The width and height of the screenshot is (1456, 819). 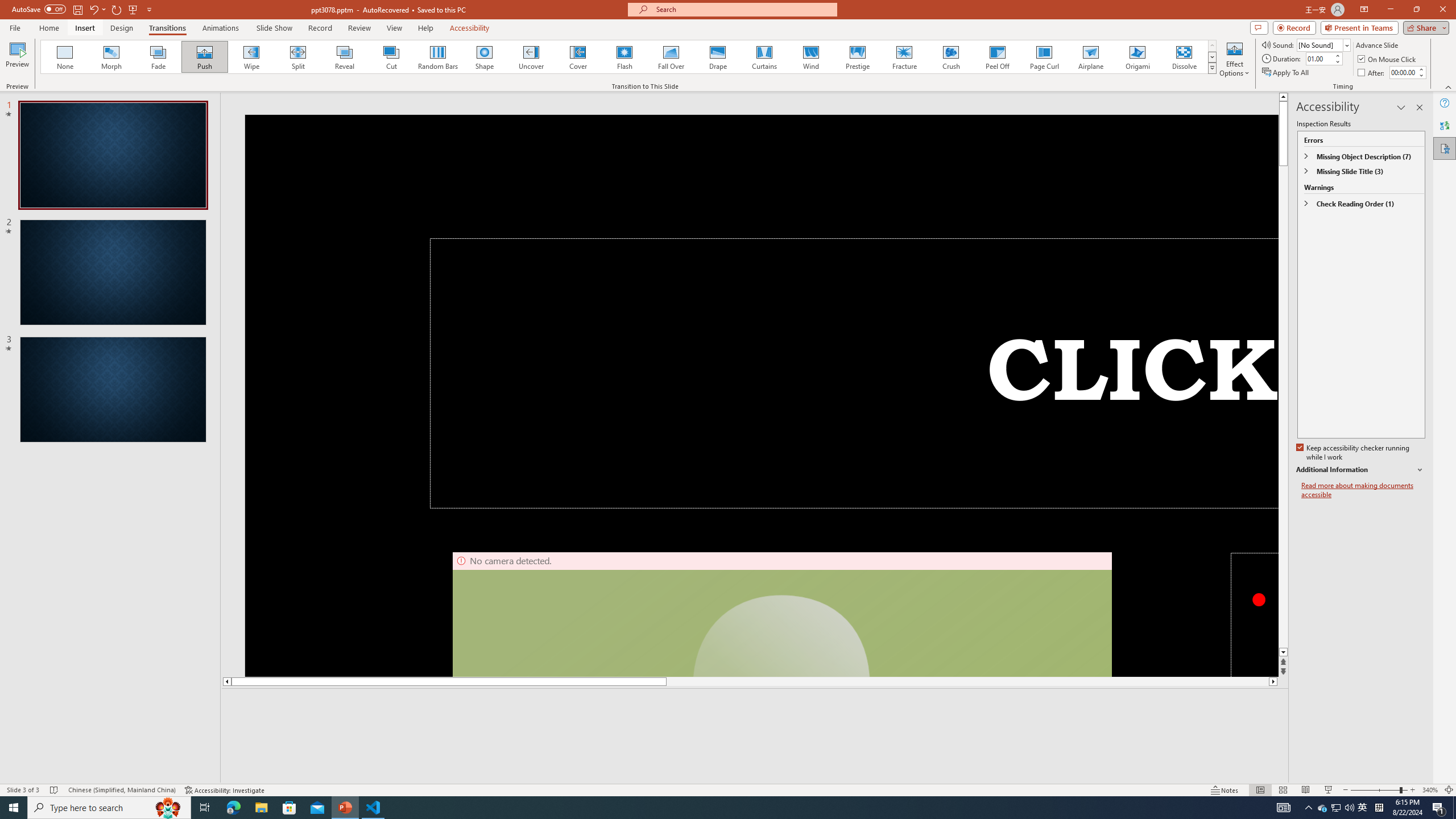 What do you see at coordinates (1372, 72) in the screenshot?
I see `'After'` at bounding box center [1372, 72].